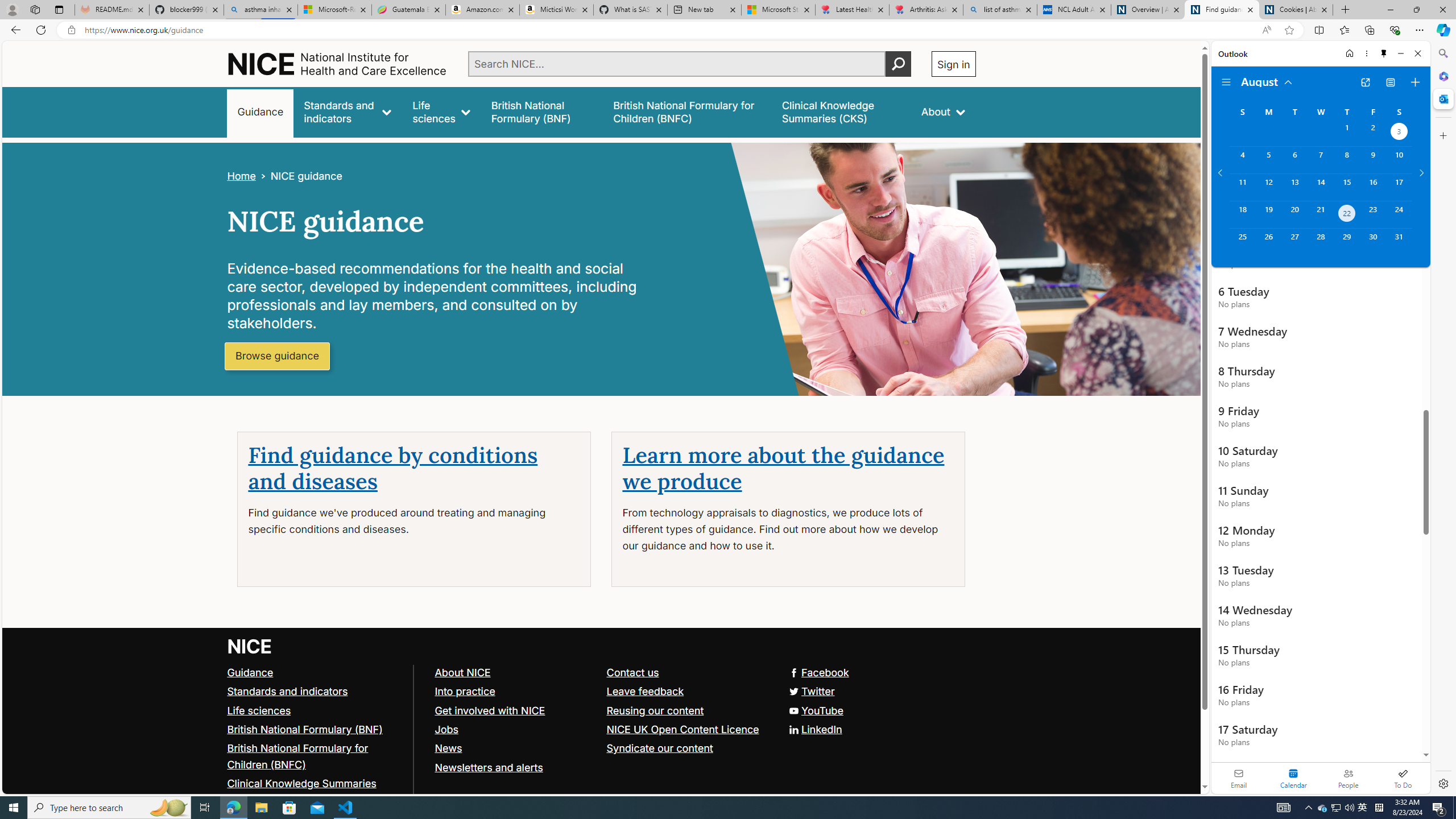 The width and height of the screenshot is (1456, 819). Describe the element at coordinates (814, 710) in the screenshot. I see `'YouTube'` at that location.